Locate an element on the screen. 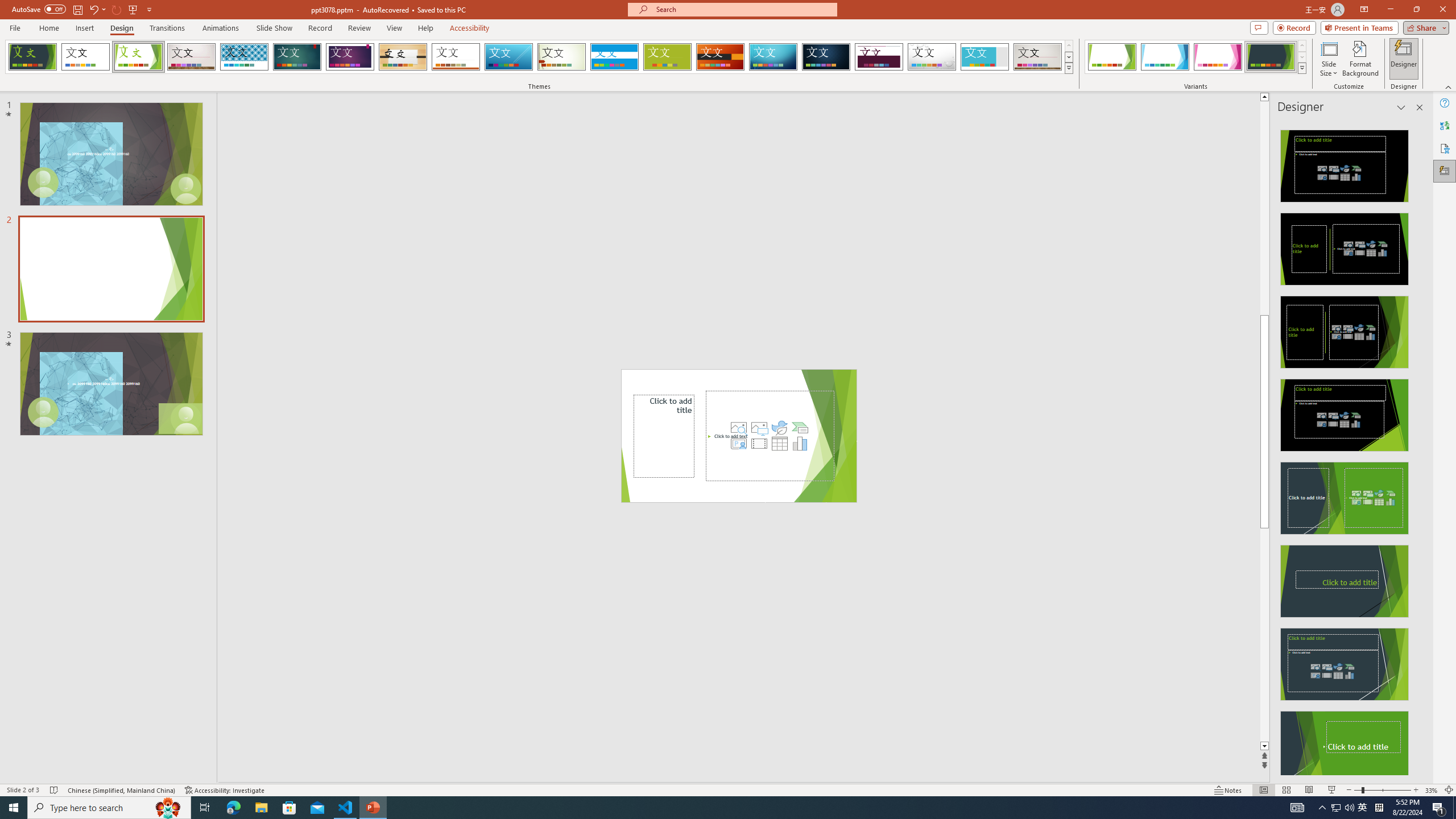  'Format Background' is located at coordinates (1360, 59).